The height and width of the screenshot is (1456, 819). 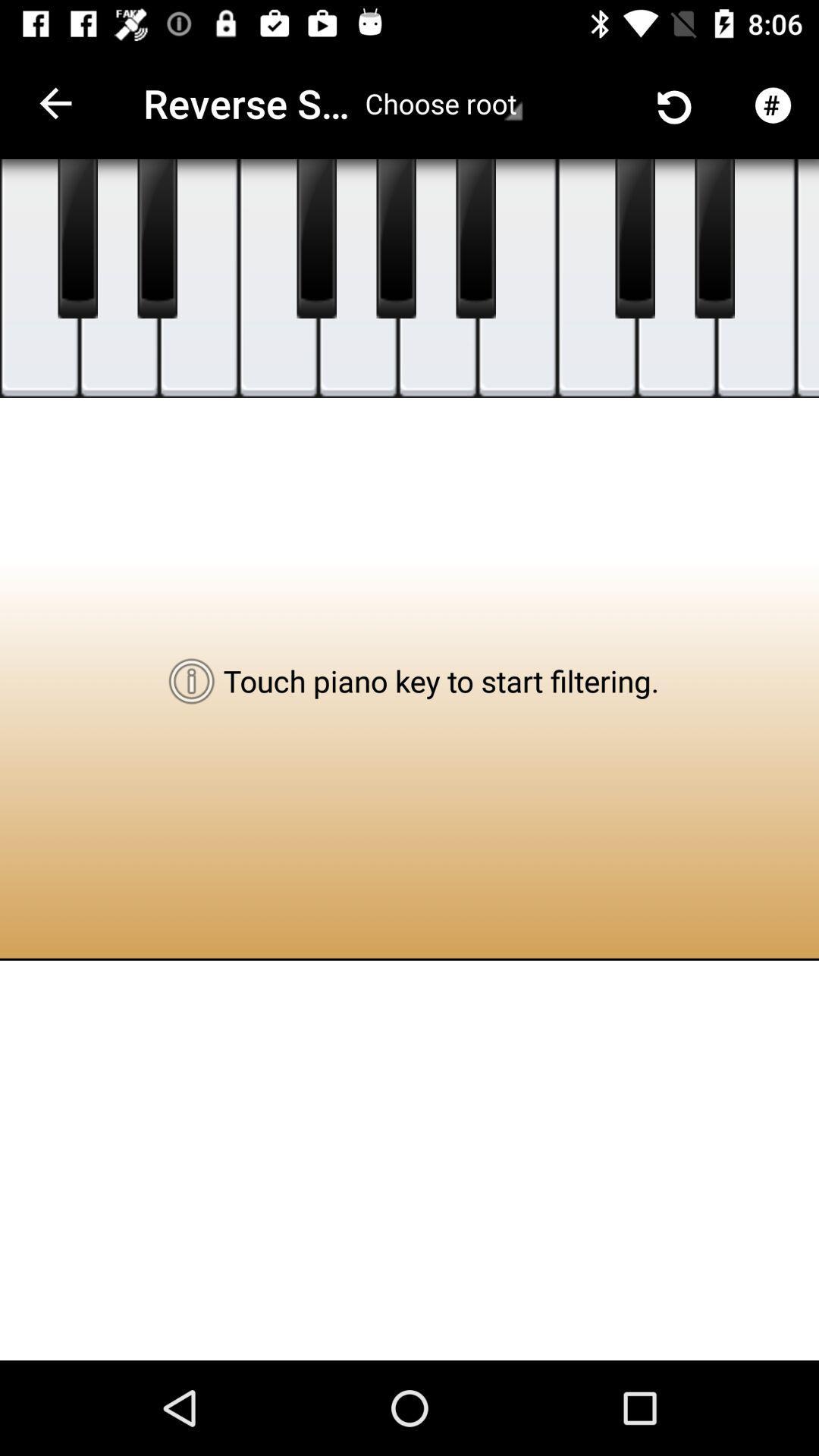 I want to click on keys, so click(x=118, y=278).